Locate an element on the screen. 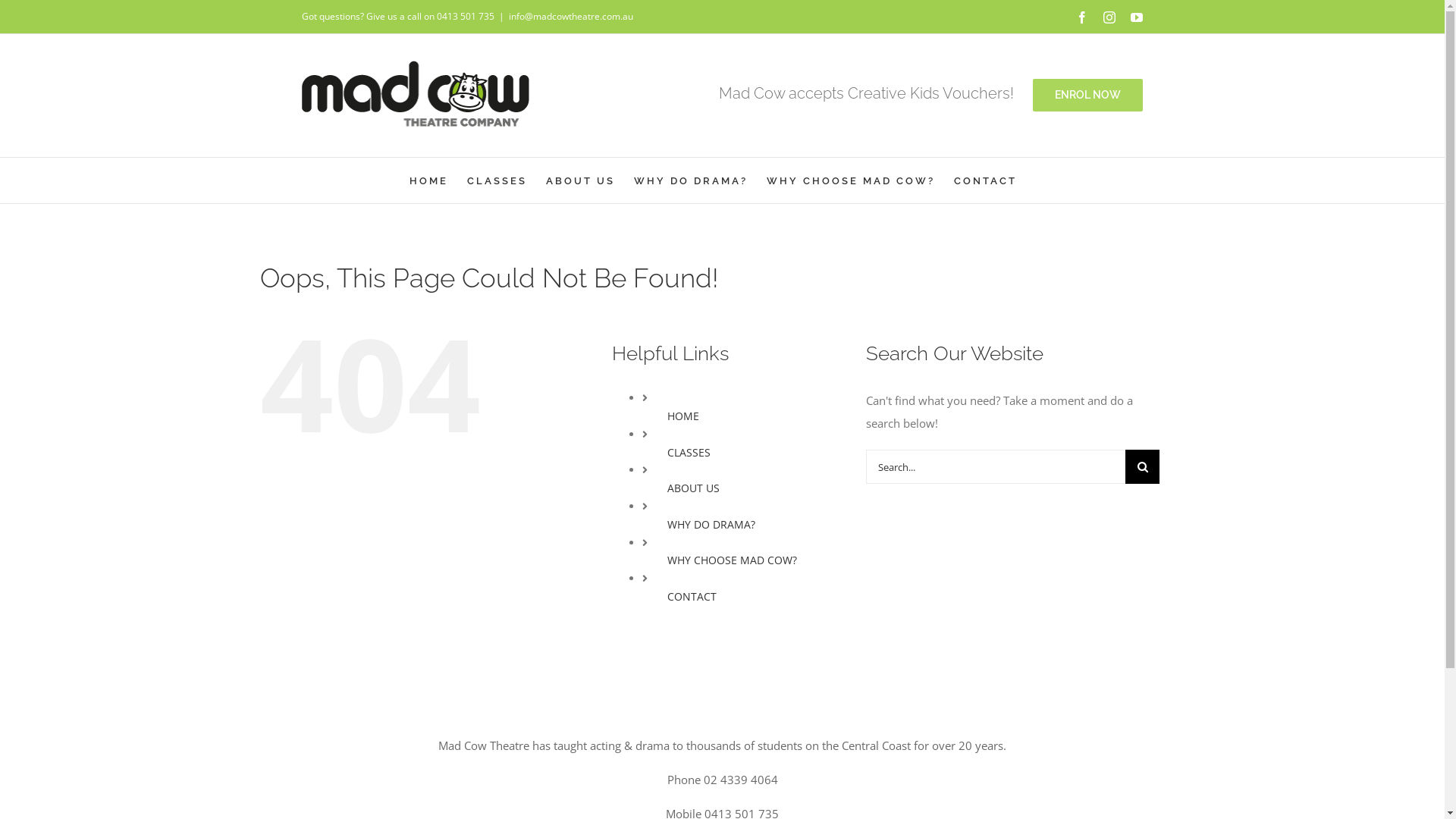  'CONTACT' is located at coordinates (691, 595).